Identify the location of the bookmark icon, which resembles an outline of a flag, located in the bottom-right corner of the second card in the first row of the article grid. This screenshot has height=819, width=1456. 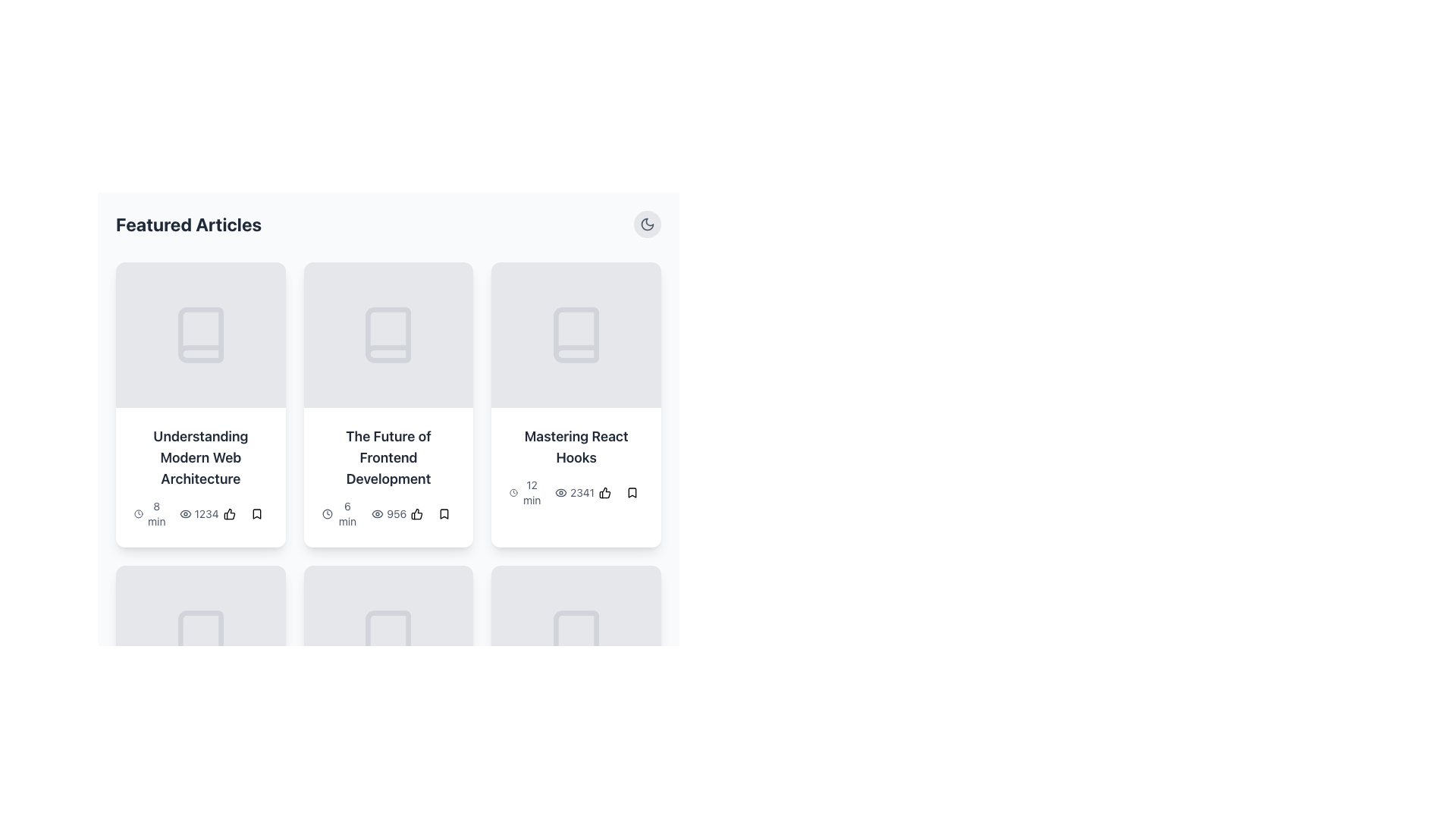
(444, 513).